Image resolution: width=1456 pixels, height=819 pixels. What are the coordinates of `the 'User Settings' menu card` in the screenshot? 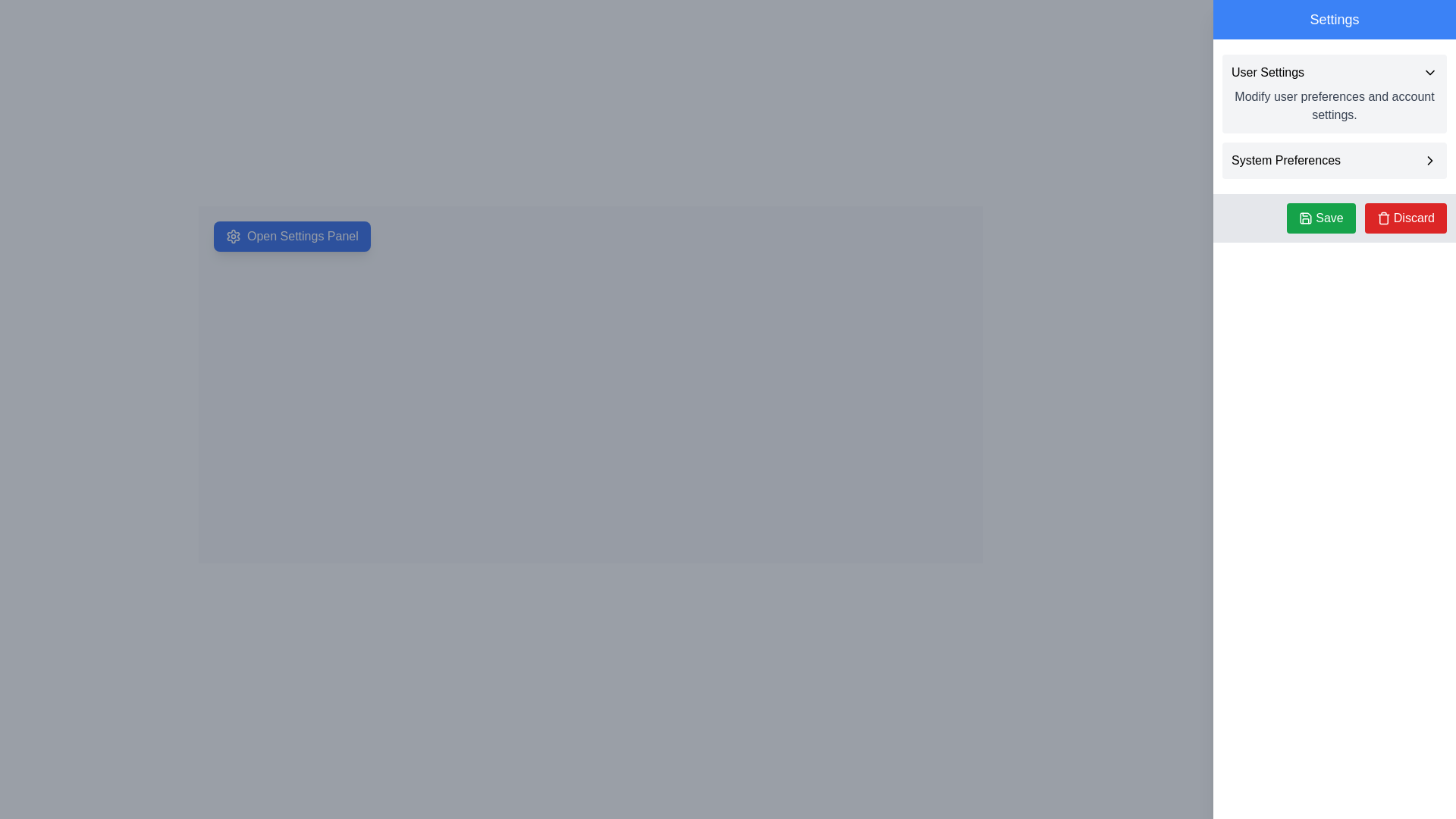 It's located at (1335, 93).